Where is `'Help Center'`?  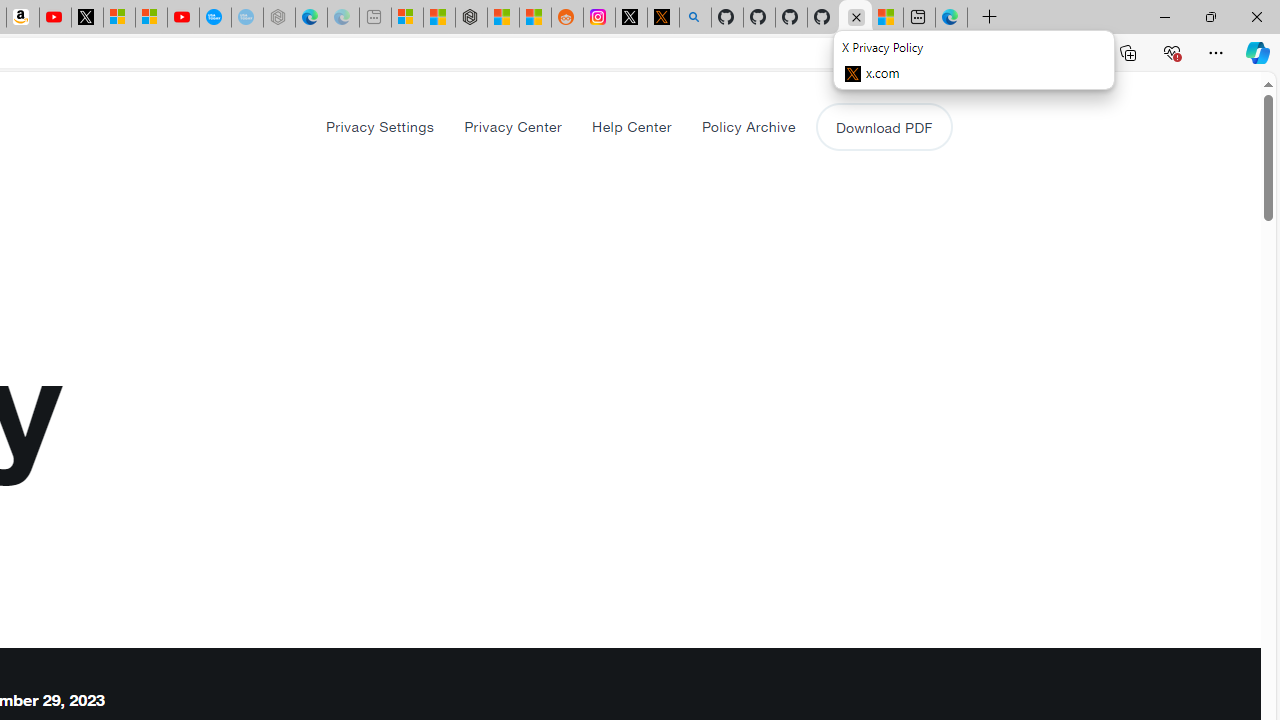
'Help Center' is located at coordinates (630, 126).